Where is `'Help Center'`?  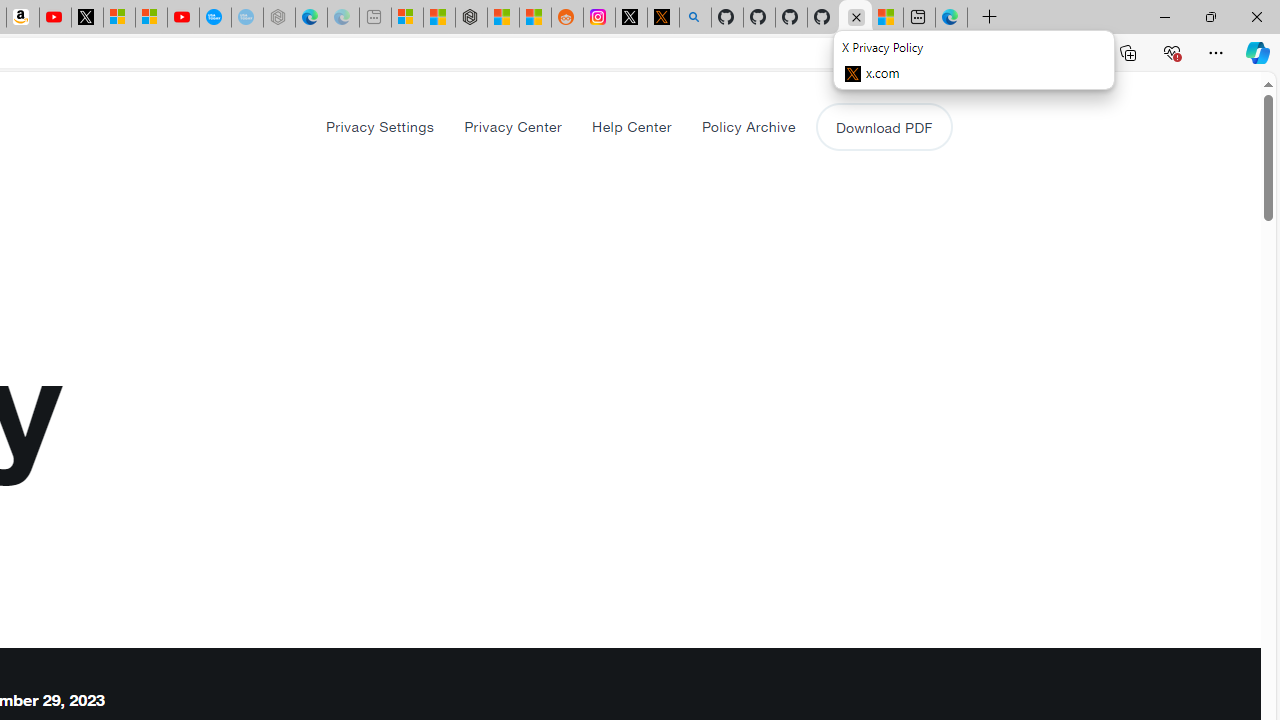
'Help Center' is located at coordinates (630, 126).